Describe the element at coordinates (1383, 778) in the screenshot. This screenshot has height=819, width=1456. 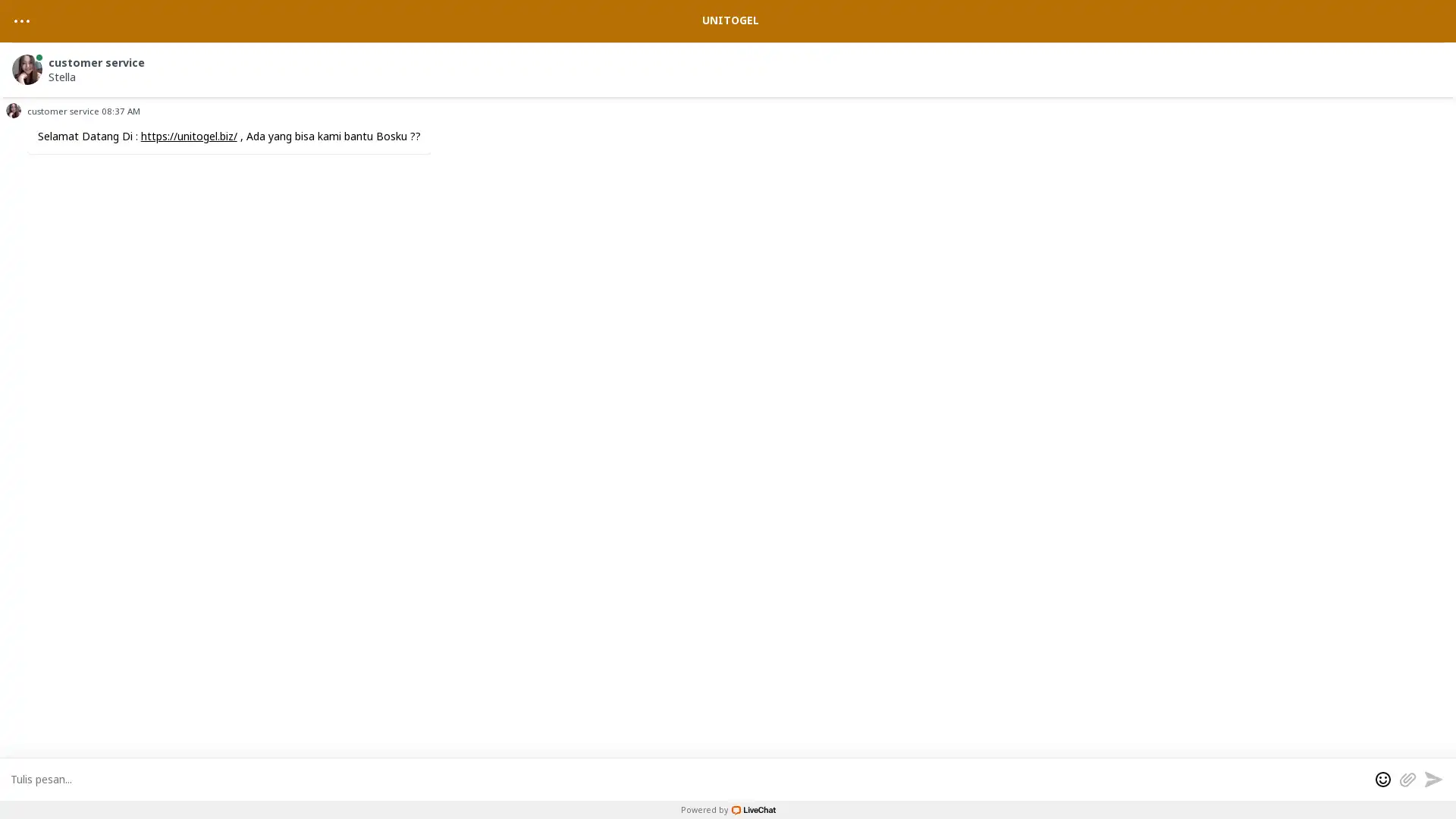
I see `open emoji picker` at that location.